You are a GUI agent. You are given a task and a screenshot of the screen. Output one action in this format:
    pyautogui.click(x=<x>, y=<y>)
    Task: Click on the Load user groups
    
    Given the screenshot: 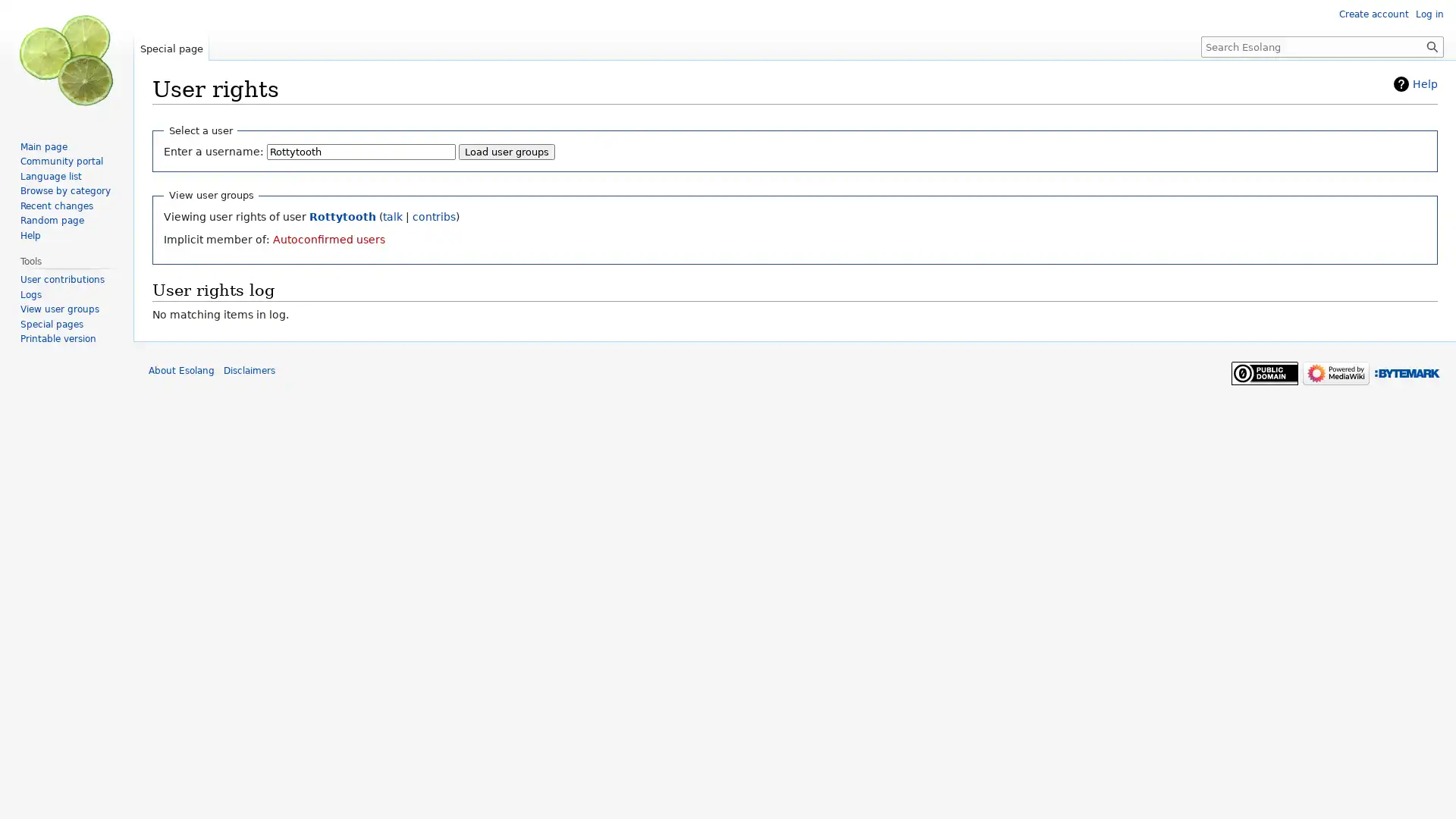 What is the action you would take?
    pyautogui.click(x=507, y=152)
    